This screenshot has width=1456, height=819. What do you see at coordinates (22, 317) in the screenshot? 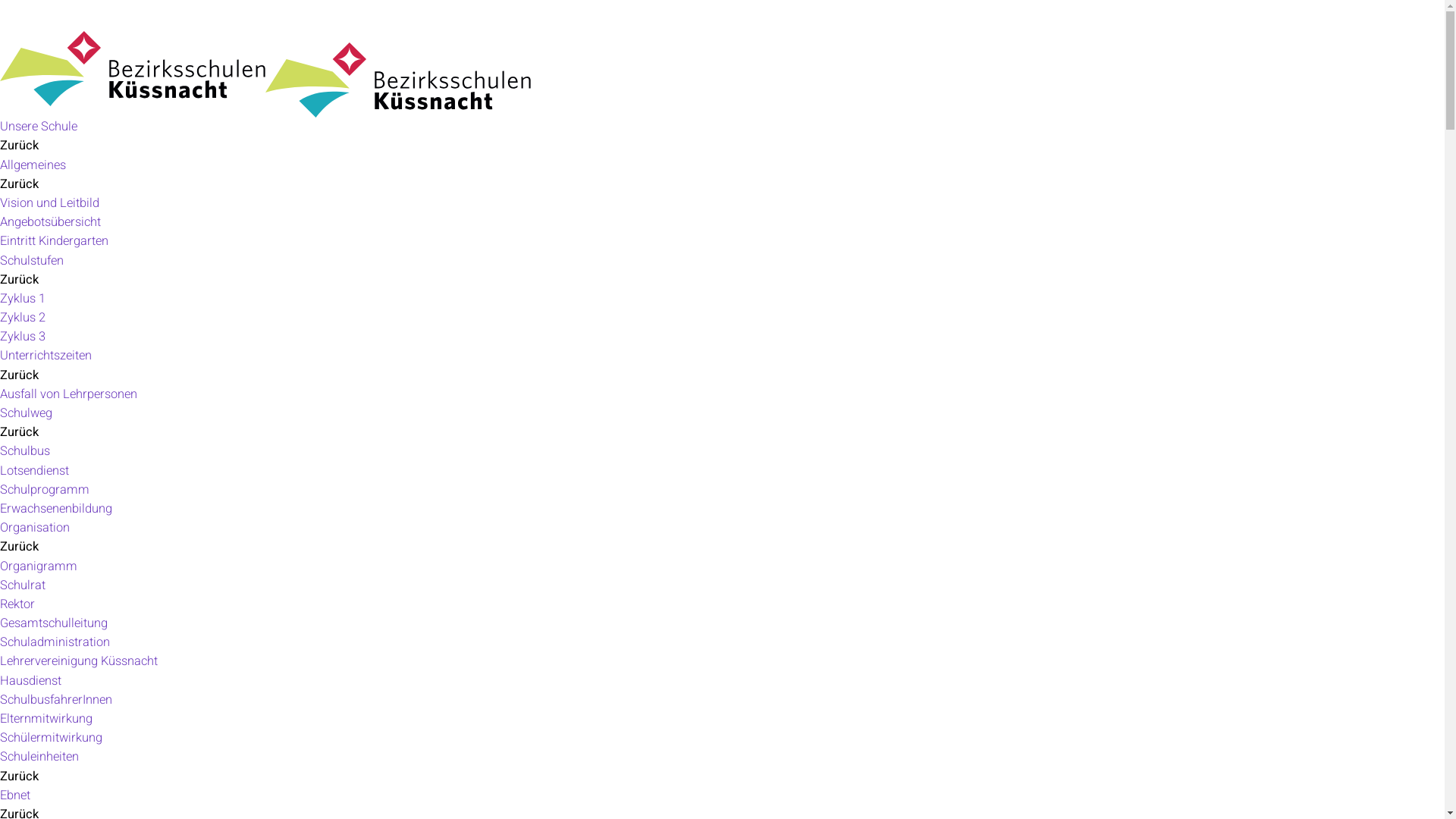
I see `'Zyklus 2'` at bounding box center [22, 317].